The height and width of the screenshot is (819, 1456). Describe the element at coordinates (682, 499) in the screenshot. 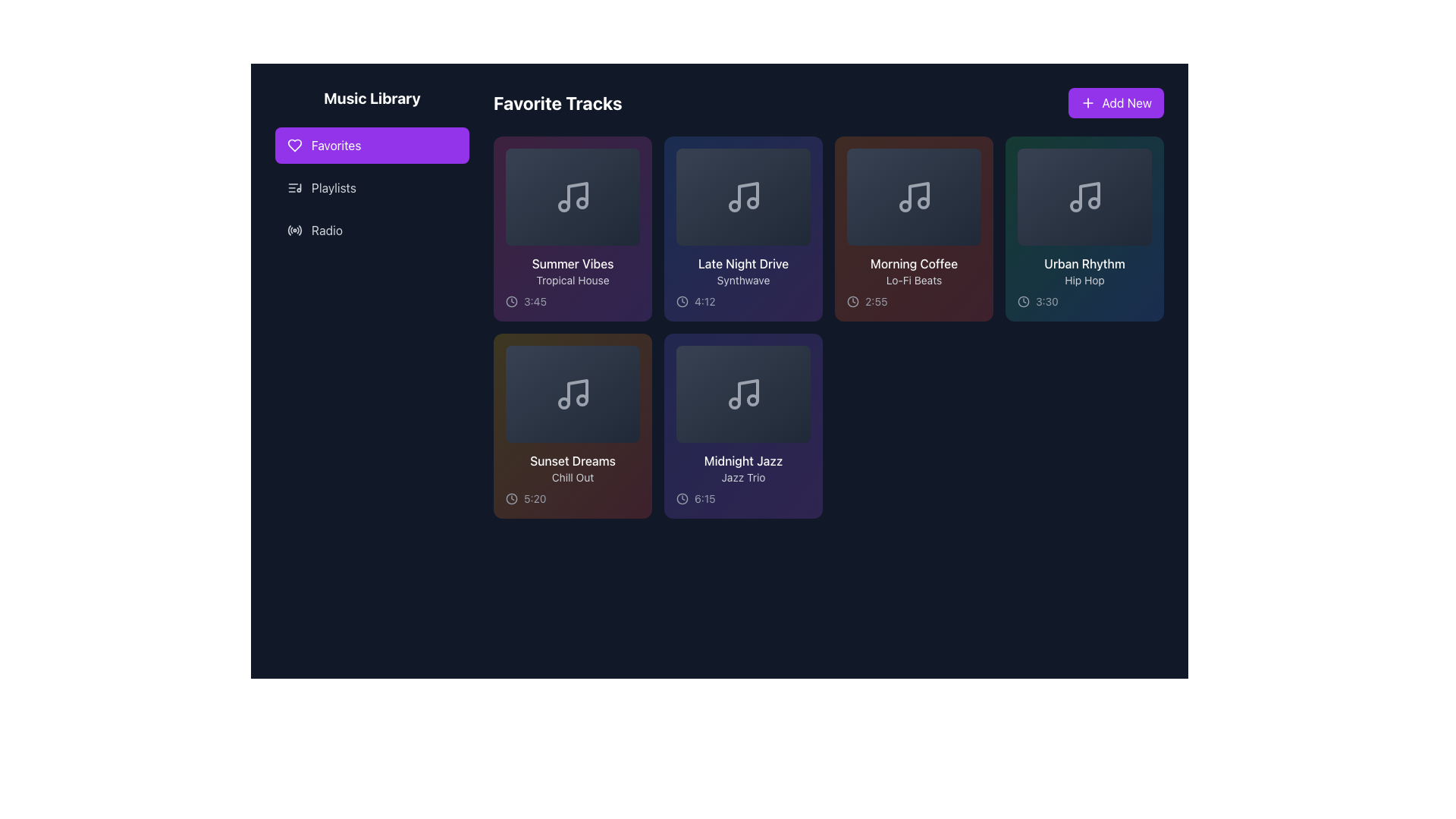

I see `Circle graphic element of the clock icon within the 'Midnight Jazz' track card by using the developer tools` at that location.